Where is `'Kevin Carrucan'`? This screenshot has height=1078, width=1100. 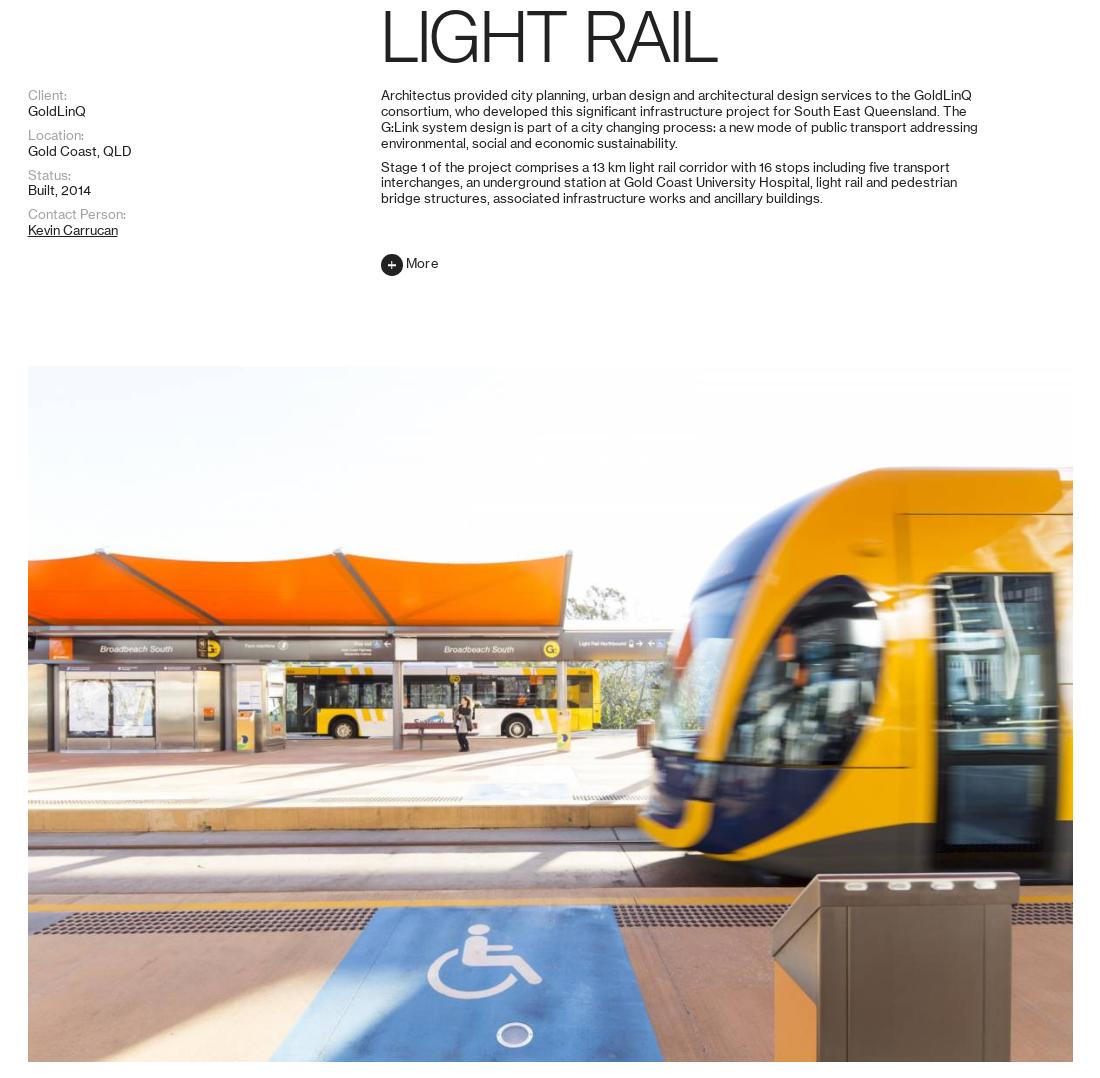
'Kevin Carrucan' is located at coordinates (72, 1022).